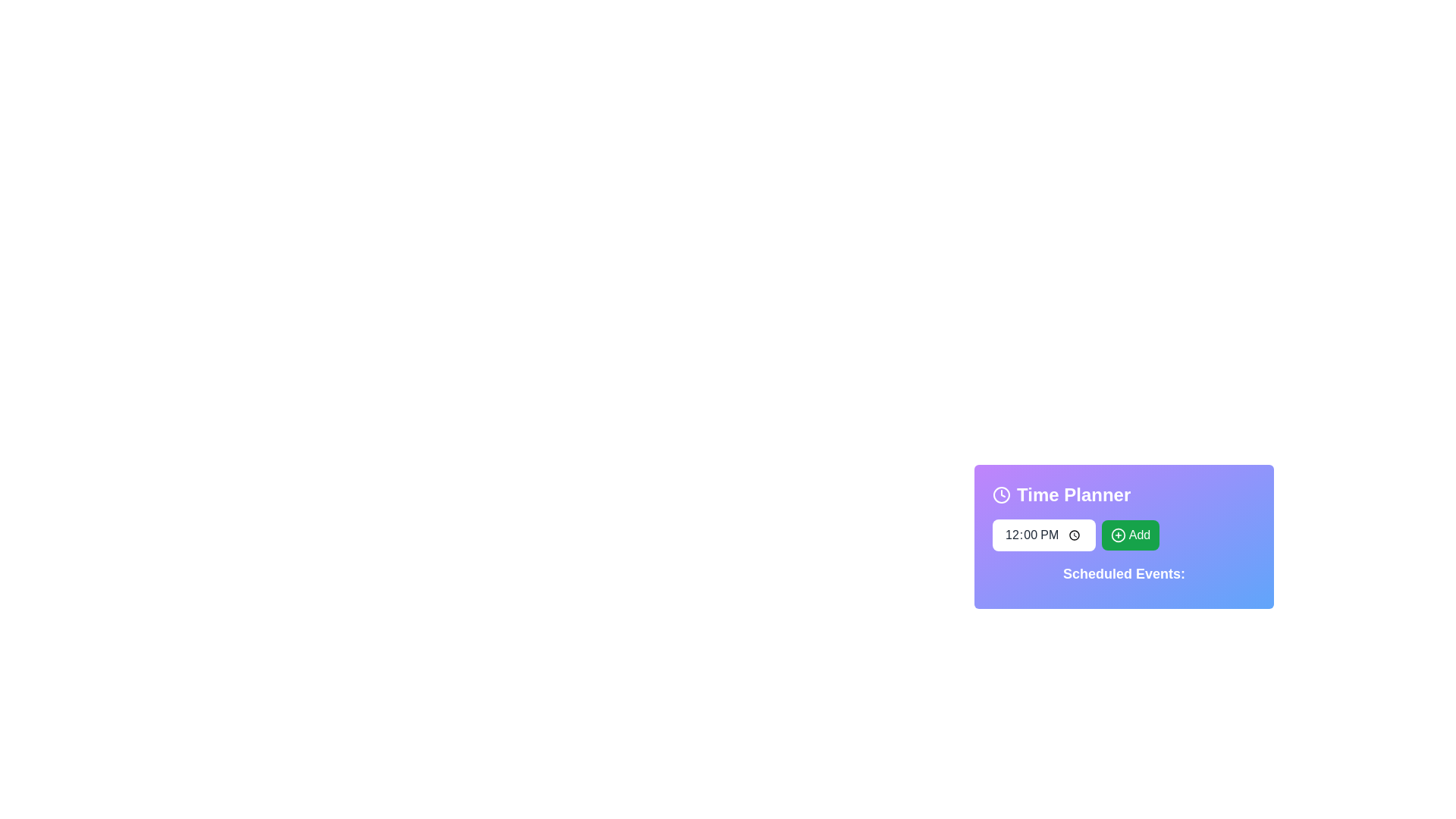  Describe the element at coordinates (1118, 534) in the screenshot. I see `the circular decorative graphic within the 'Add' button in the 'Time Planner' interface` at that location.